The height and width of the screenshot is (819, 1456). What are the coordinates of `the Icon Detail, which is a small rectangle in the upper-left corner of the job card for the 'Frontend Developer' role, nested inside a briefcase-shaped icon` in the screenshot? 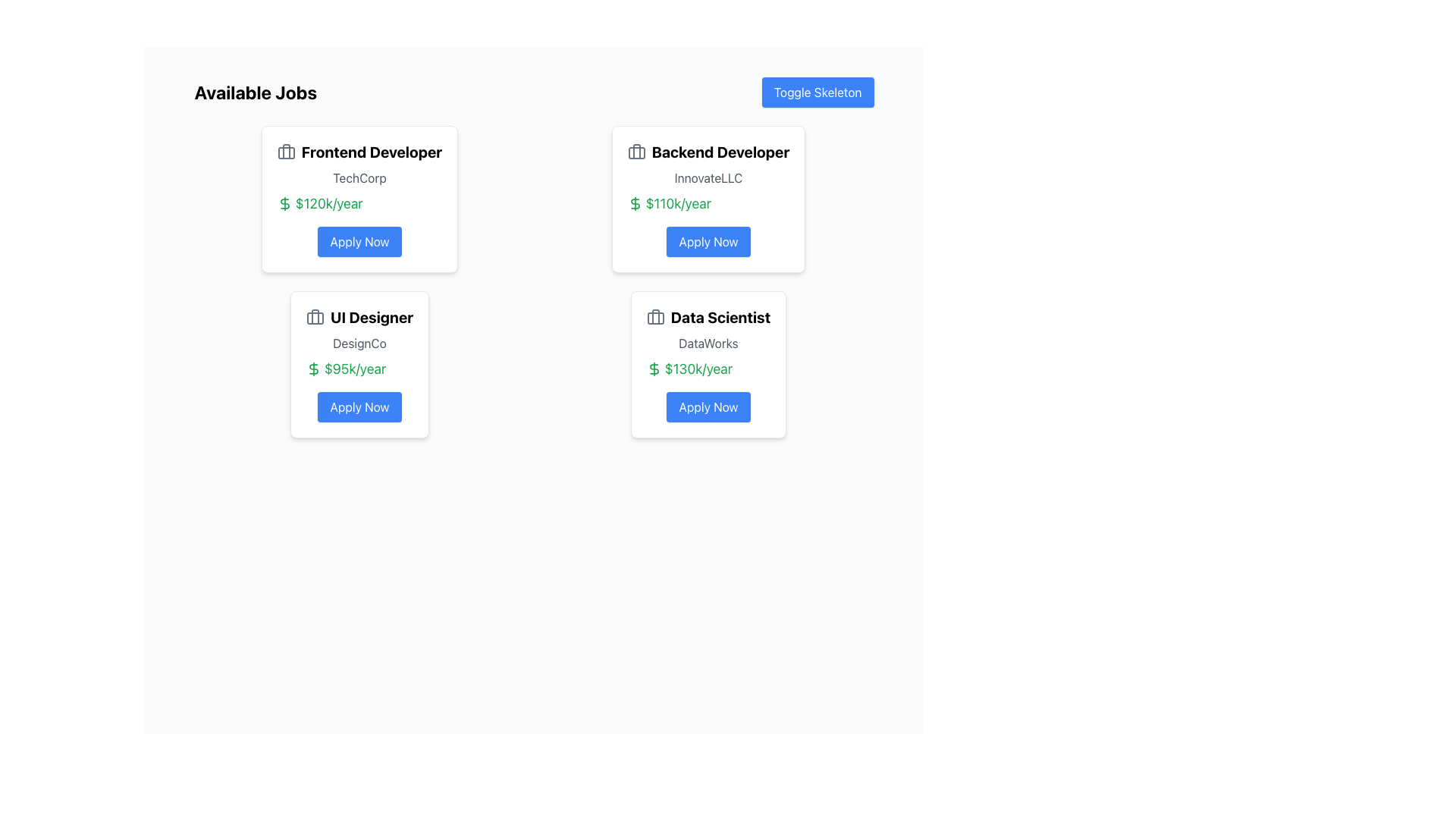 It's located at (286, 152).